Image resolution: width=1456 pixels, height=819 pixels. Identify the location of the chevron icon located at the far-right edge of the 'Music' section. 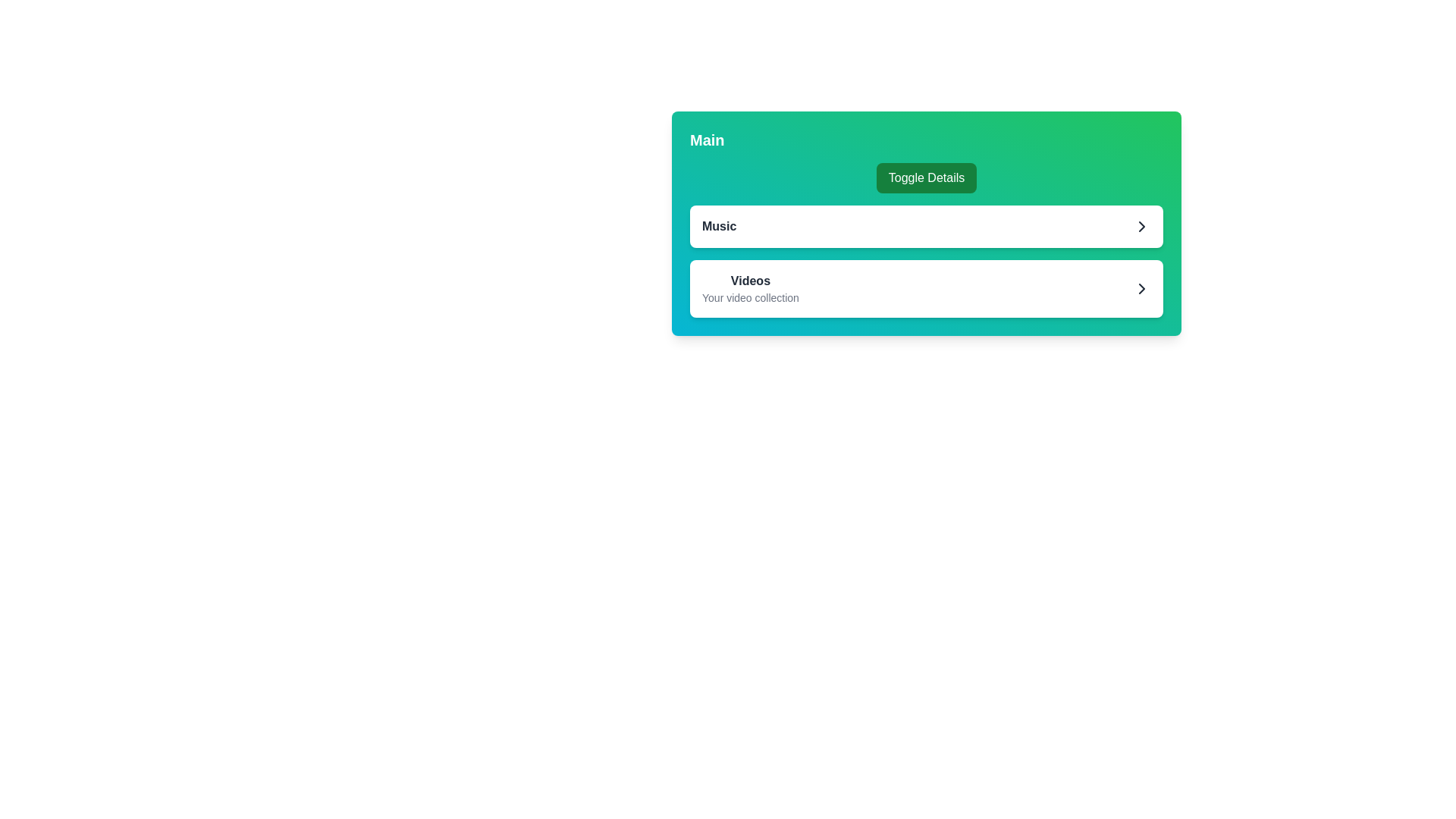
(1142, 227).